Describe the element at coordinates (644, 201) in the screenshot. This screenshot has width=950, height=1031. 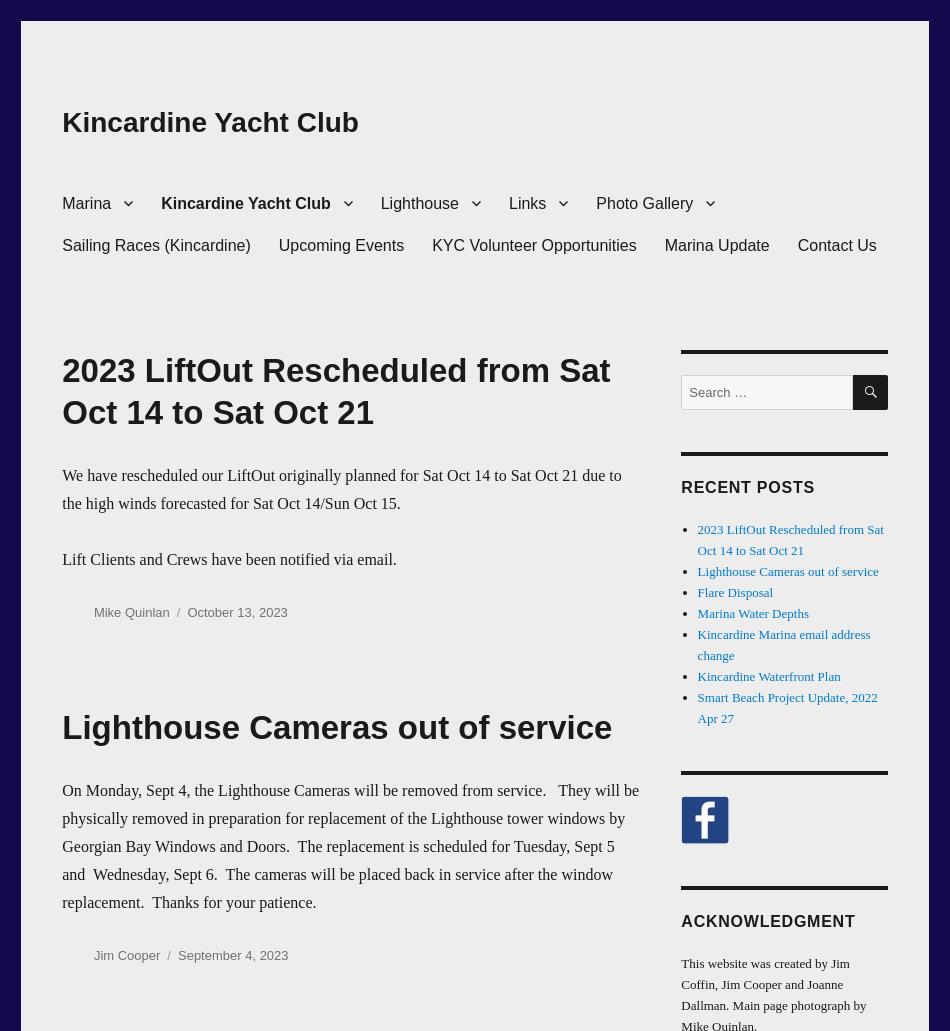
I see `'Photo Gallery'` at that location.